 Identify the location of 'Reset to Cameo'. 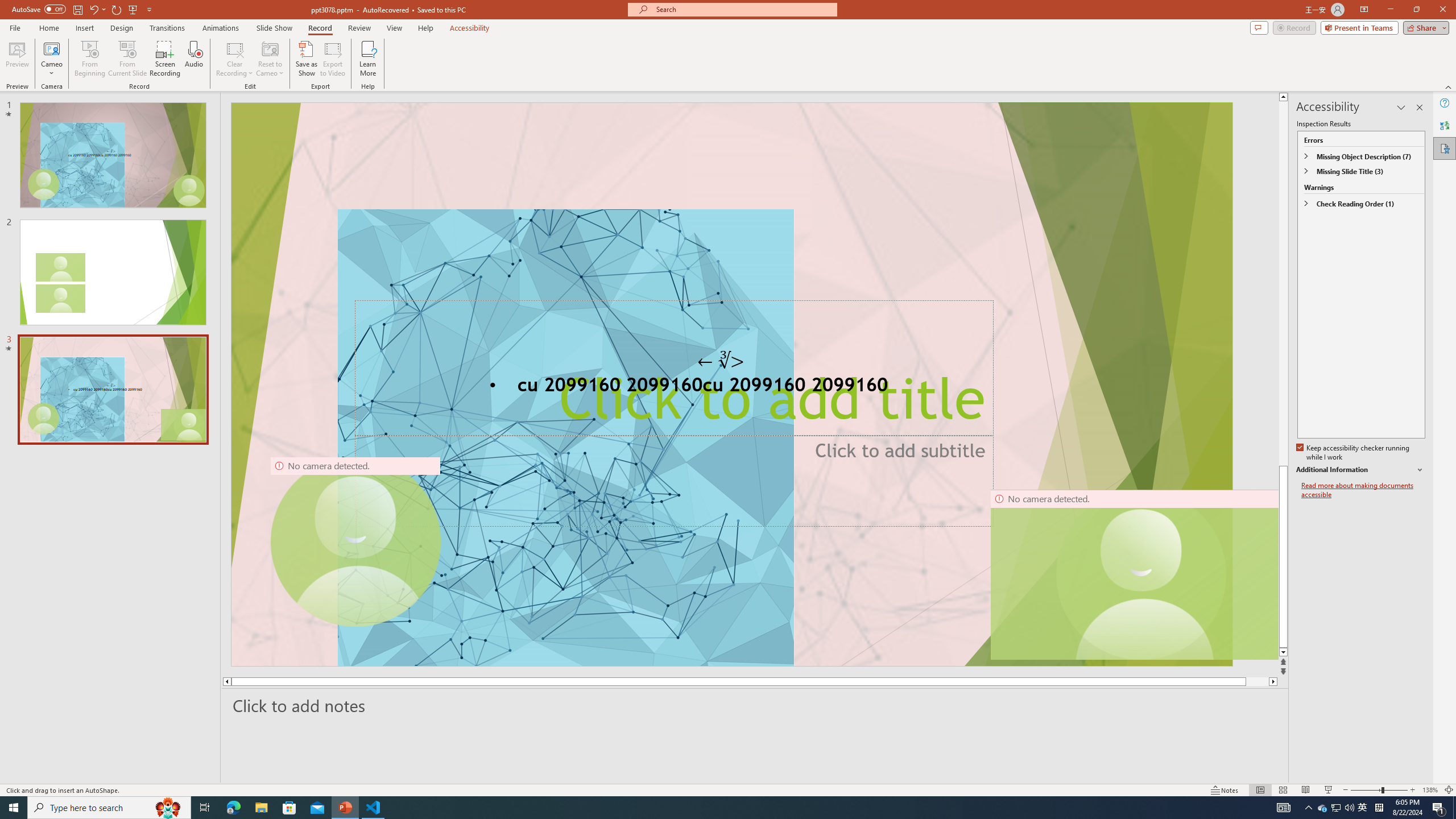
(269, 59).